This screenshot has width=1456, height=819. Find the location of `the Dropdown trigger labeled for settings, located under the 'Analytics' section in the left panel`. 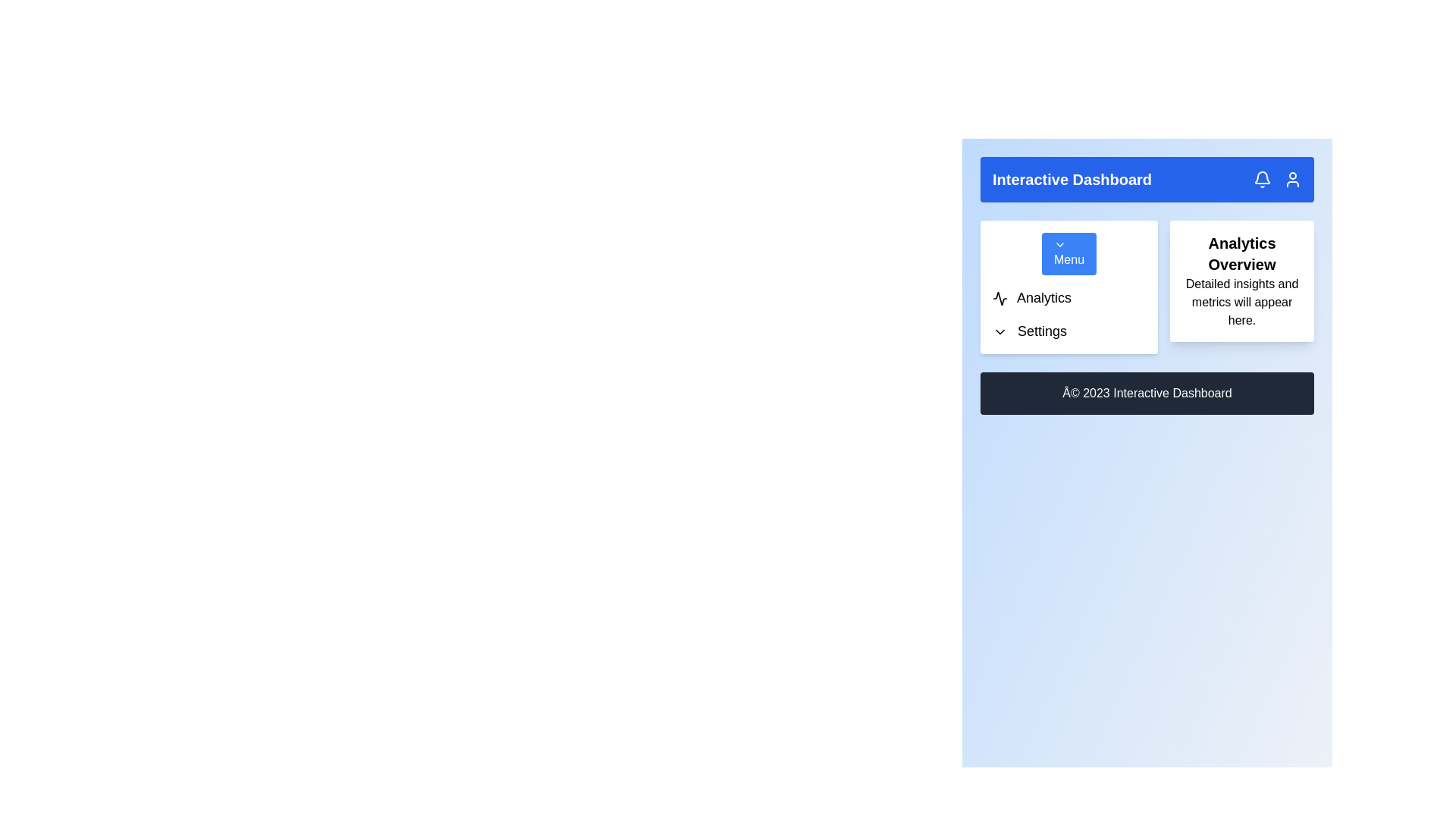

the Dropdown trigger labeled for settings, located under the 'Analytics' section in the left panel is located at coordinates (1068, 330).